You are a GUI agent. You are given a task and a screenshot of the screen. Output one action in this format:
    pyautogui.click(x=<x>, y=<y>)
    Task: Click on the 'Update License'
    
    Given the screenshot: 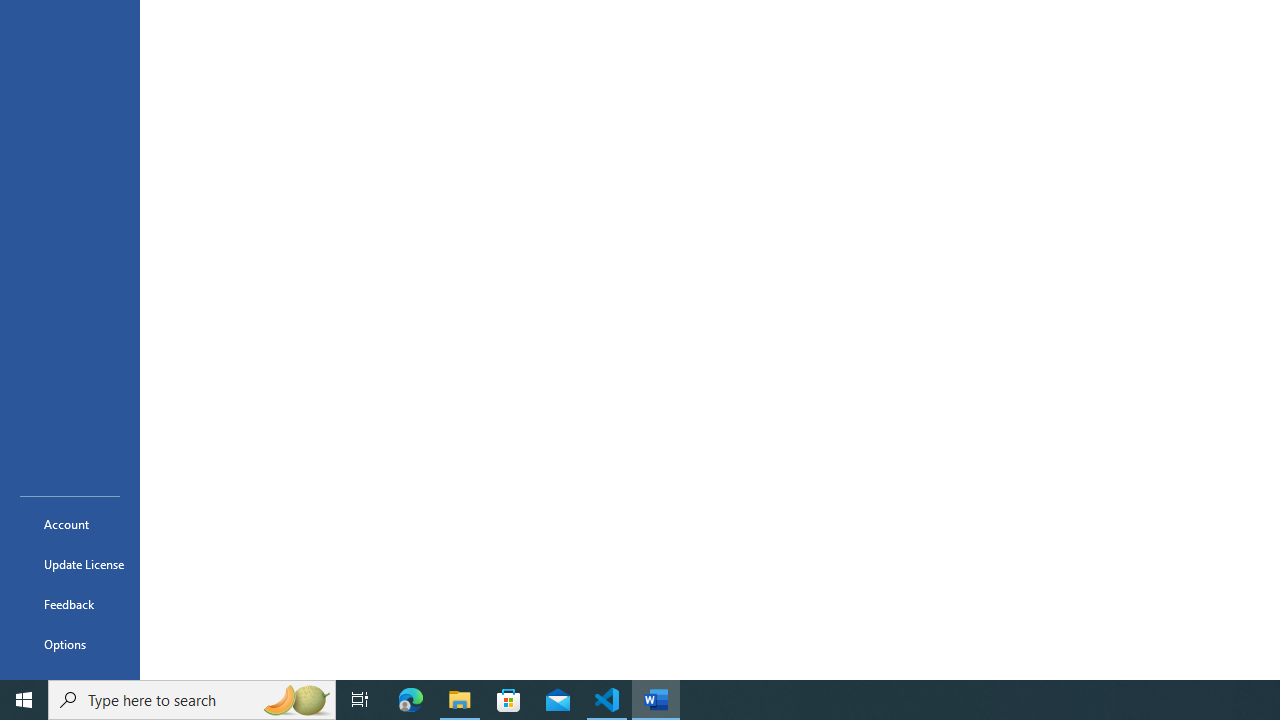 What is the action you would take?
    pyautogui.click(x=69, y=564)
    